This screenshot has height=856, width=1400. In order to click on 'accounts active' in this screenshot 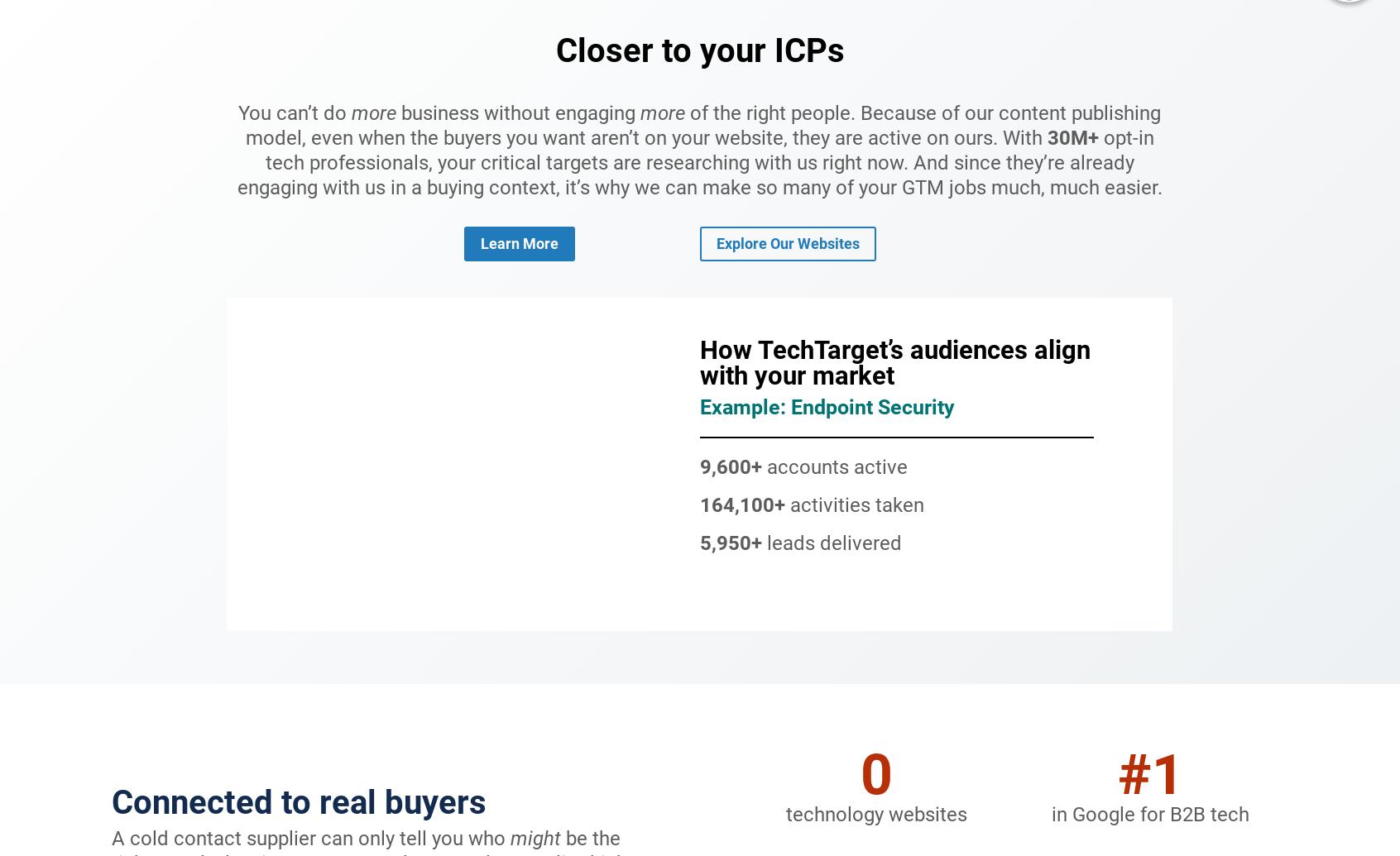, I will do `click(836, 466)`.